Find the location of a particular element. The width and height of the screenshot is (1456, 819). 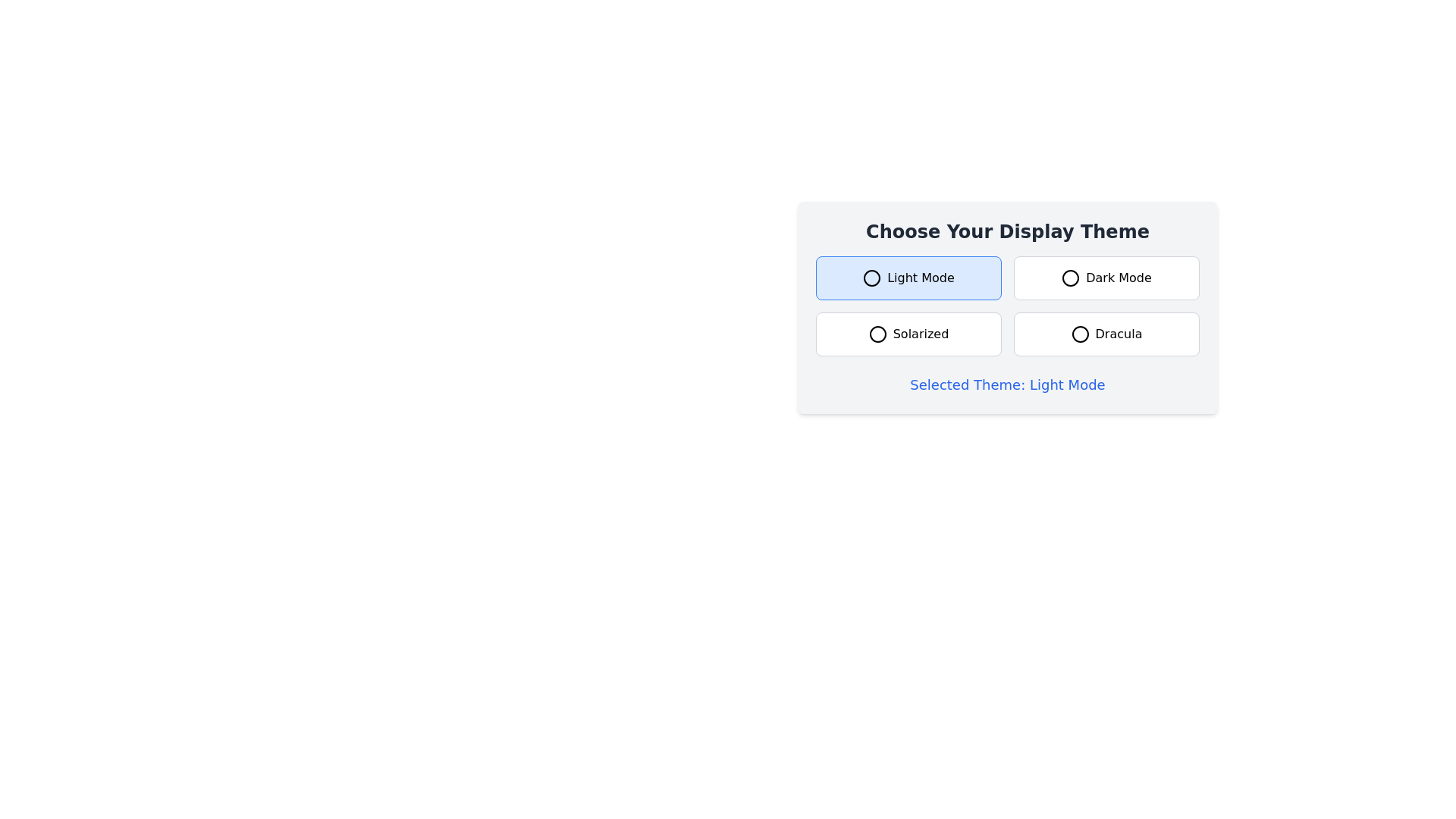

the 'Dark Mode' radio button text is located at coordinates (1106, 278).